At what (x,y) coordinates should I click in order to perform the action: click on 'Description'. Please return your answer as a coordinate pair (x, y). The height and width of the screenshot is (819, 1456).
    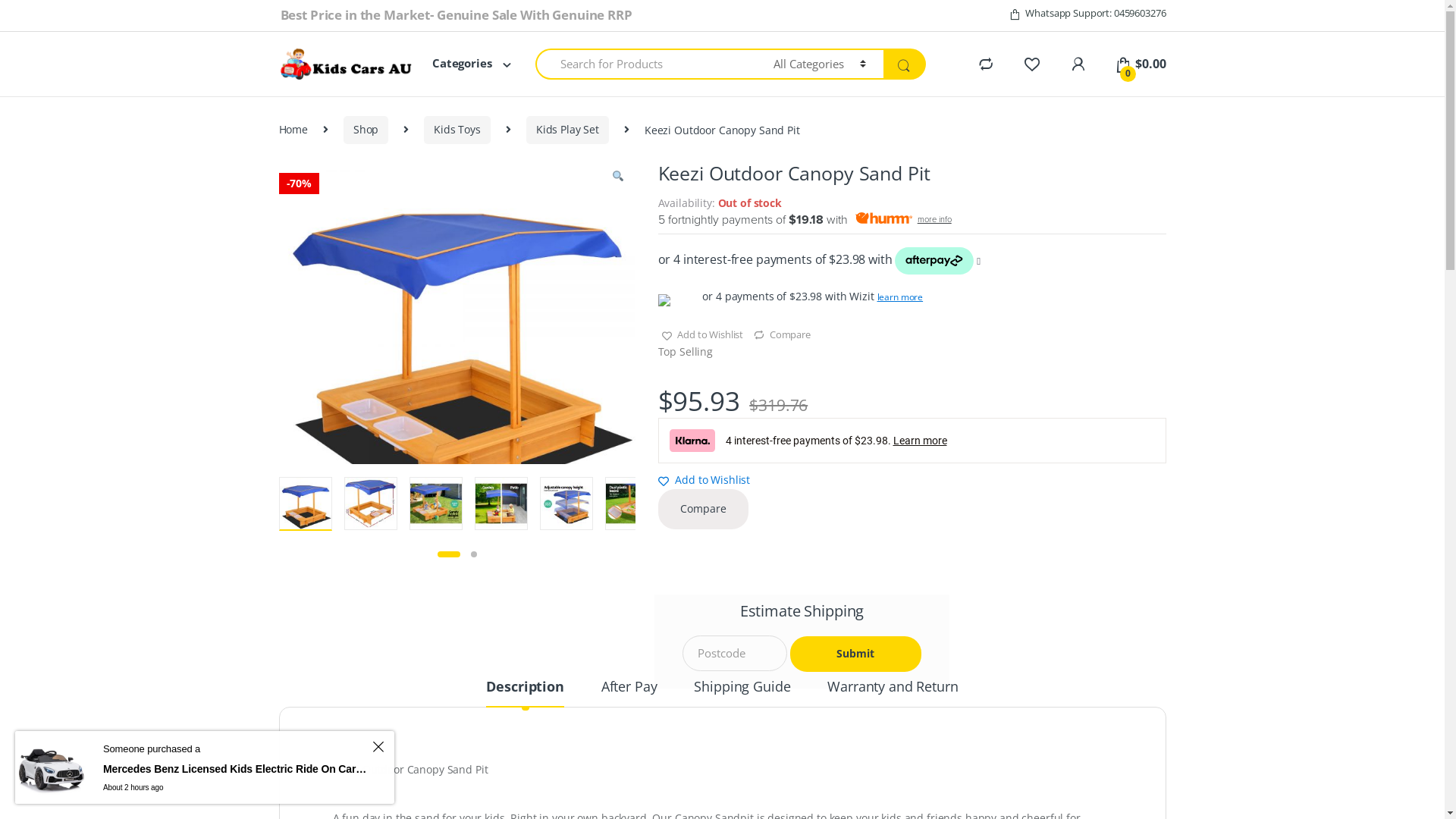
    Looking at the image, I should click on (524, 693).